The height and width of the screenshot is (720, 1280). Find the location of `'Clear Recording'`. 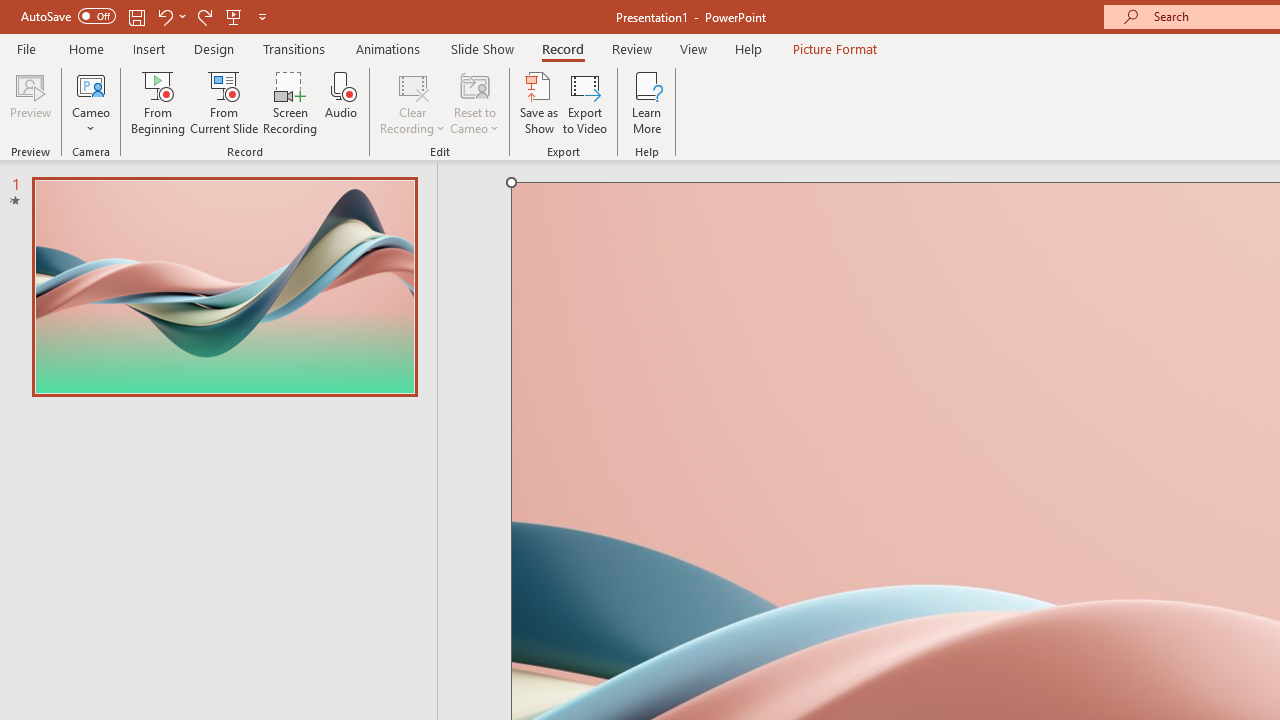

'Clear Recording' is located at coordinates (411, 103).